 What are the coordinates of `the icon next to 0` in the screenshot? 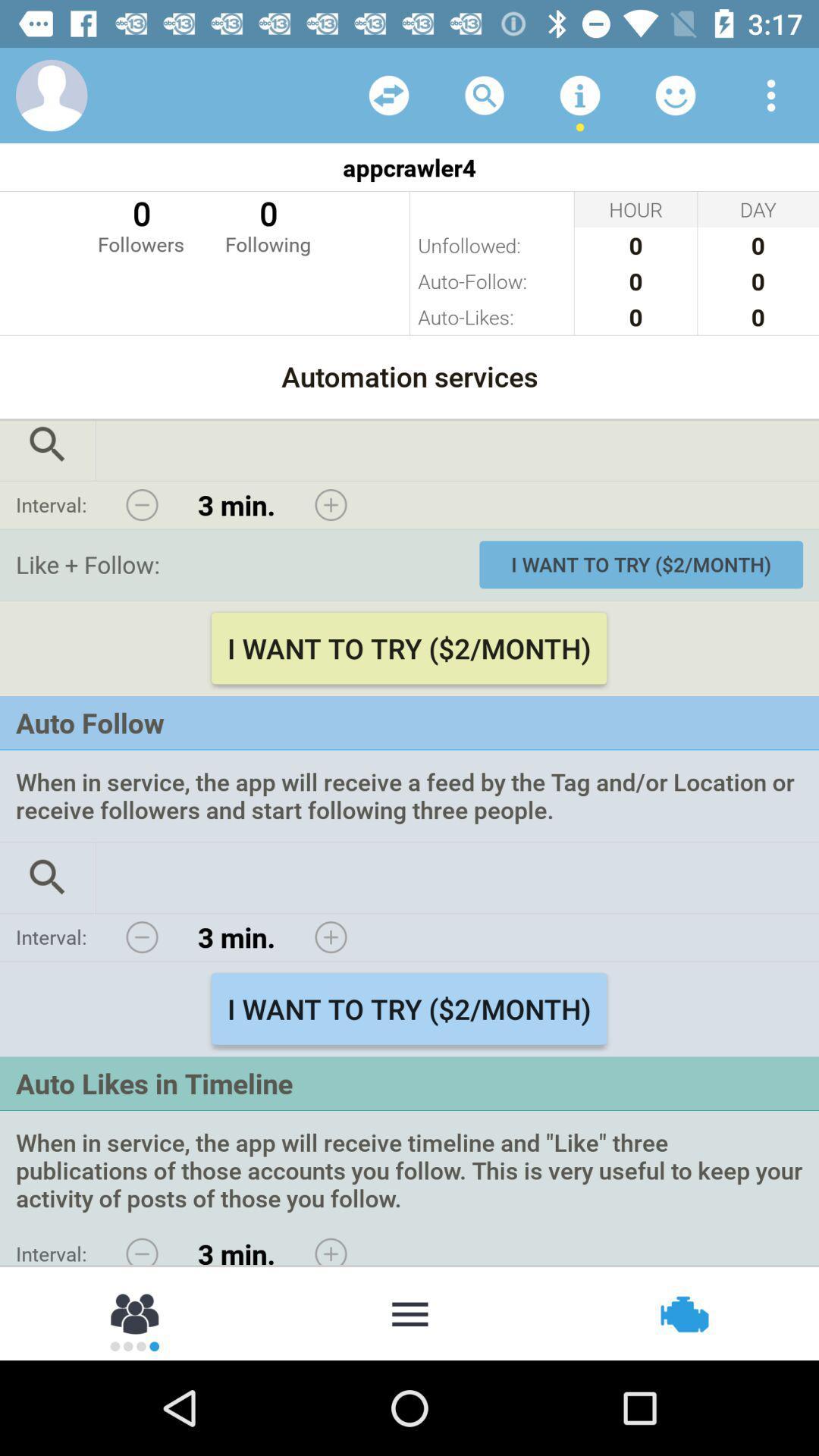 It's located at (267, 224).